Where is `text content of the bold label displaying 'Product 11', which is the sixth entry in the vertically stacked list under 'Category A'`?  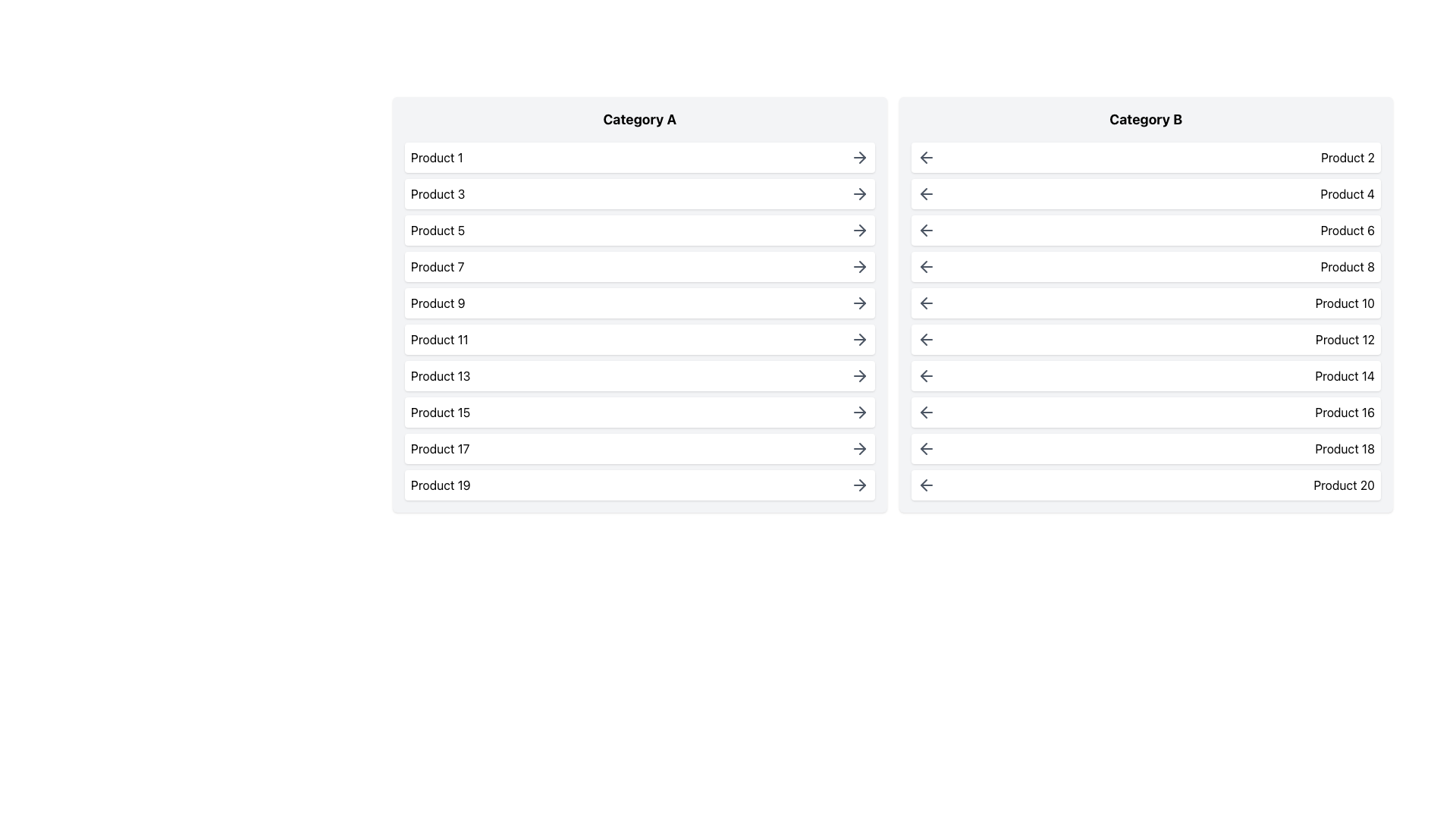
text content of the bold label displaying 'Product 11', which is the sixth entry in the vertically stacked list under 'Category A' is located at coordinates (438, 338).